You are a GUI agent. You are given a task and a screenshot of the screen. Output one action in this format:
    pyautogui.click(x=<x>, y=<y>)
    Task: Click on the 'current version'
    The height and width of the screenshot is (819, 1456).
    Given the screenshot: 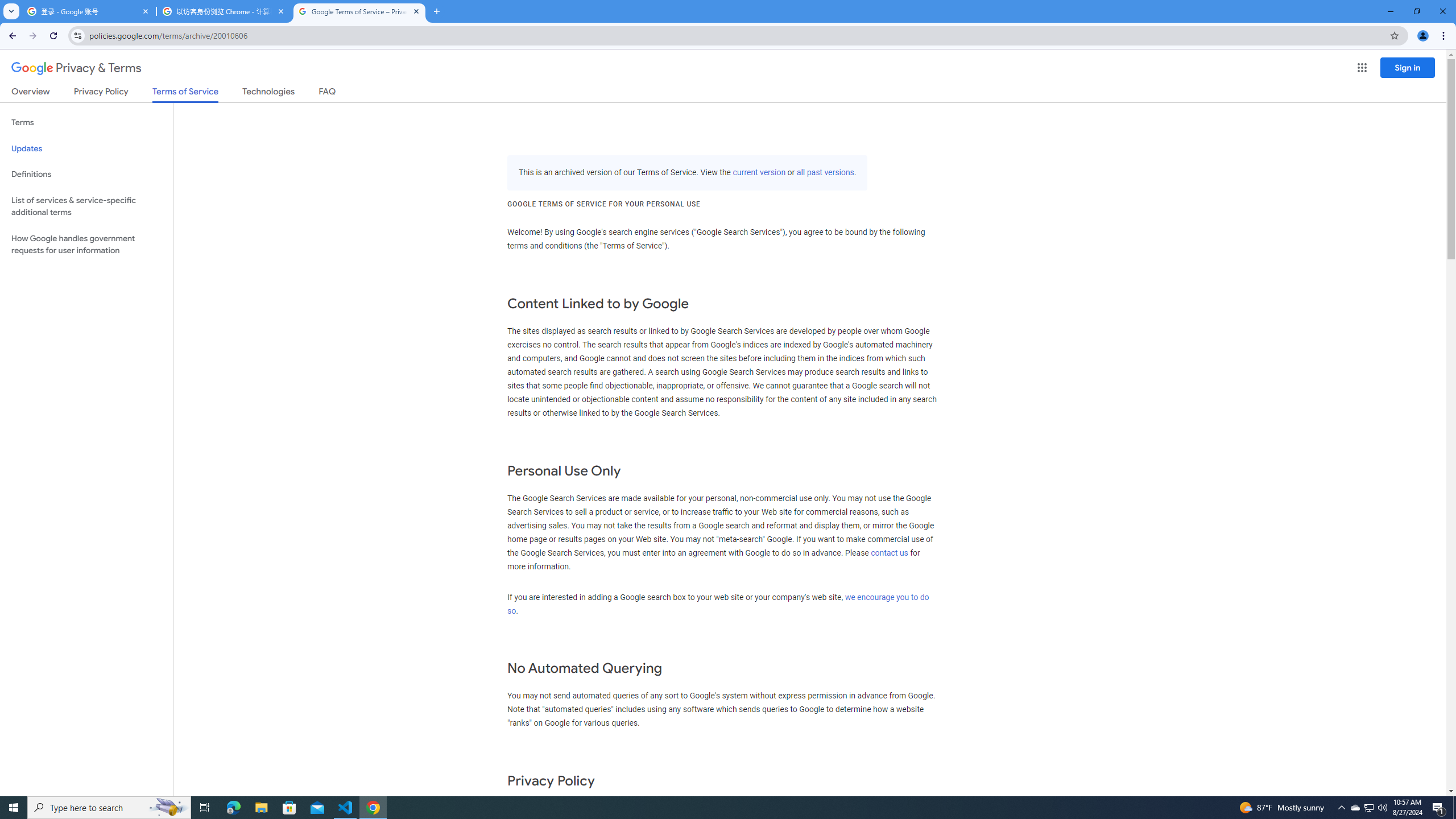 What is the action you would take?
    pyautogui.click(x=759, y=172)
    